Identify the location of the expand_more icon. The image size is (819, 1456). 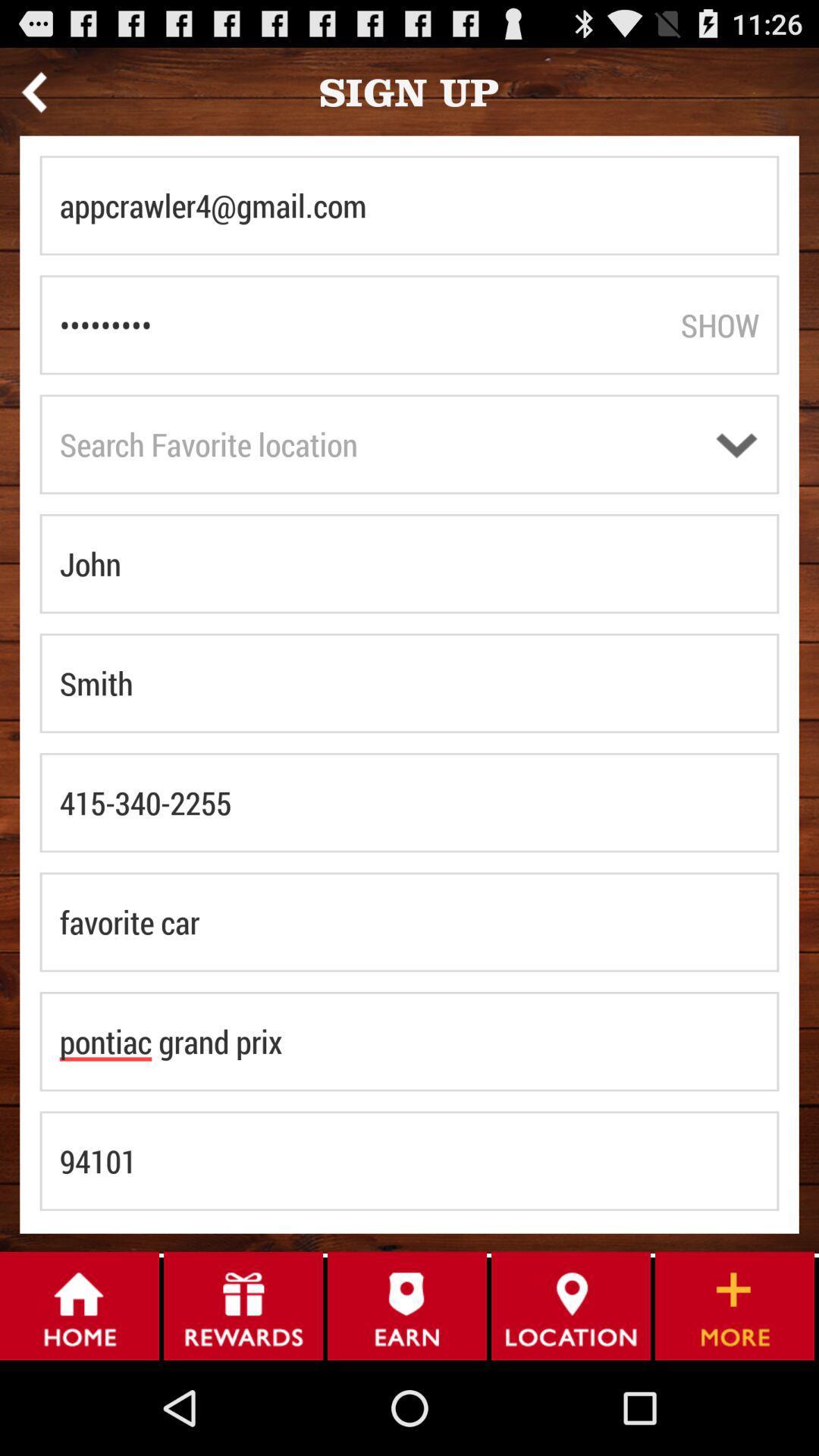
(735, 475).